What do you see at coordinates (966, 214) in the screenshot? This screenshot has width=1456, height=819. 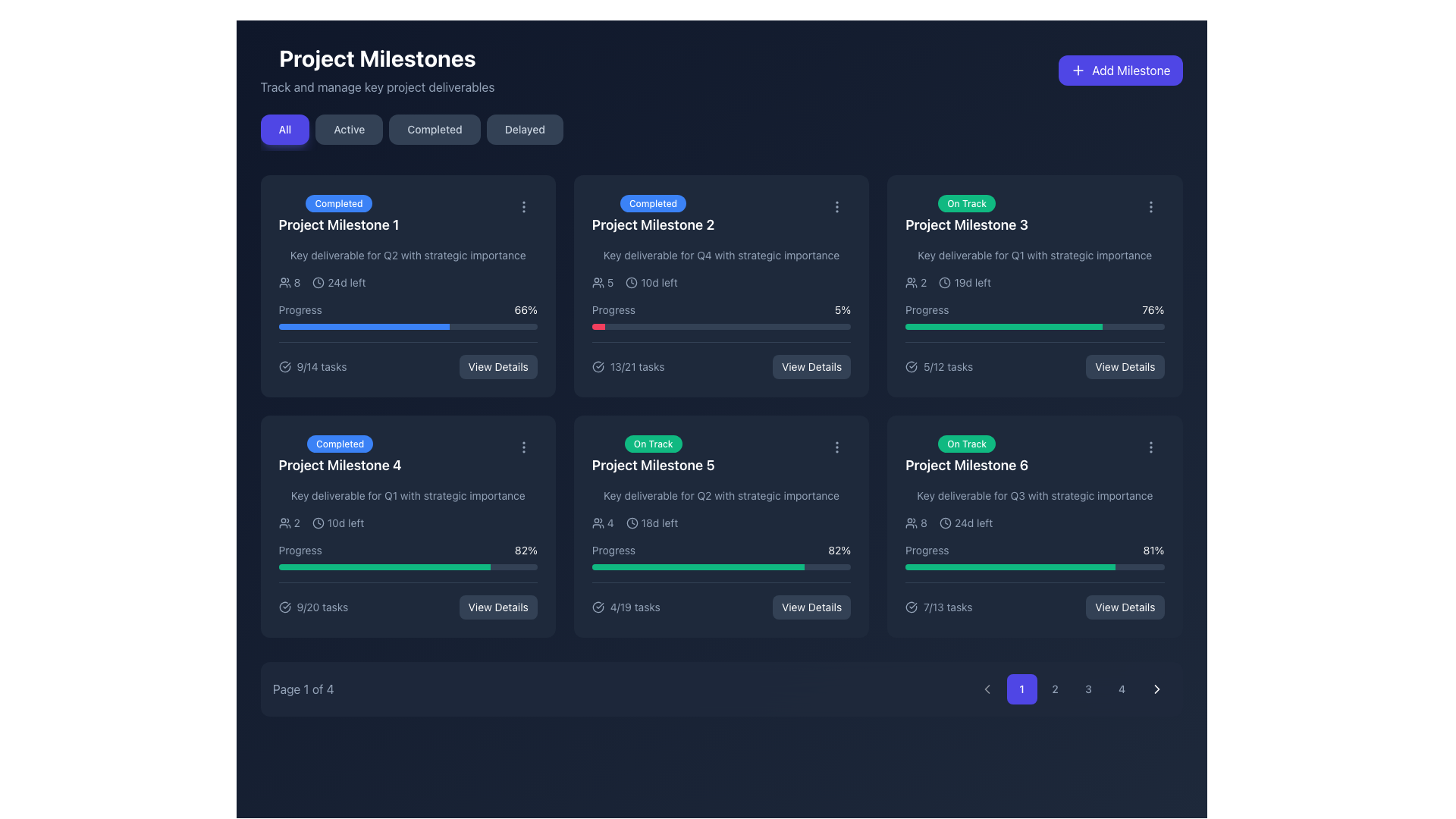 I see `the green pill-shaped label with the text 'On Track' and the larger text 'Project Milestone 3' in the third card of the 'Project Milestones' interface` at bounding box center [966, 214].